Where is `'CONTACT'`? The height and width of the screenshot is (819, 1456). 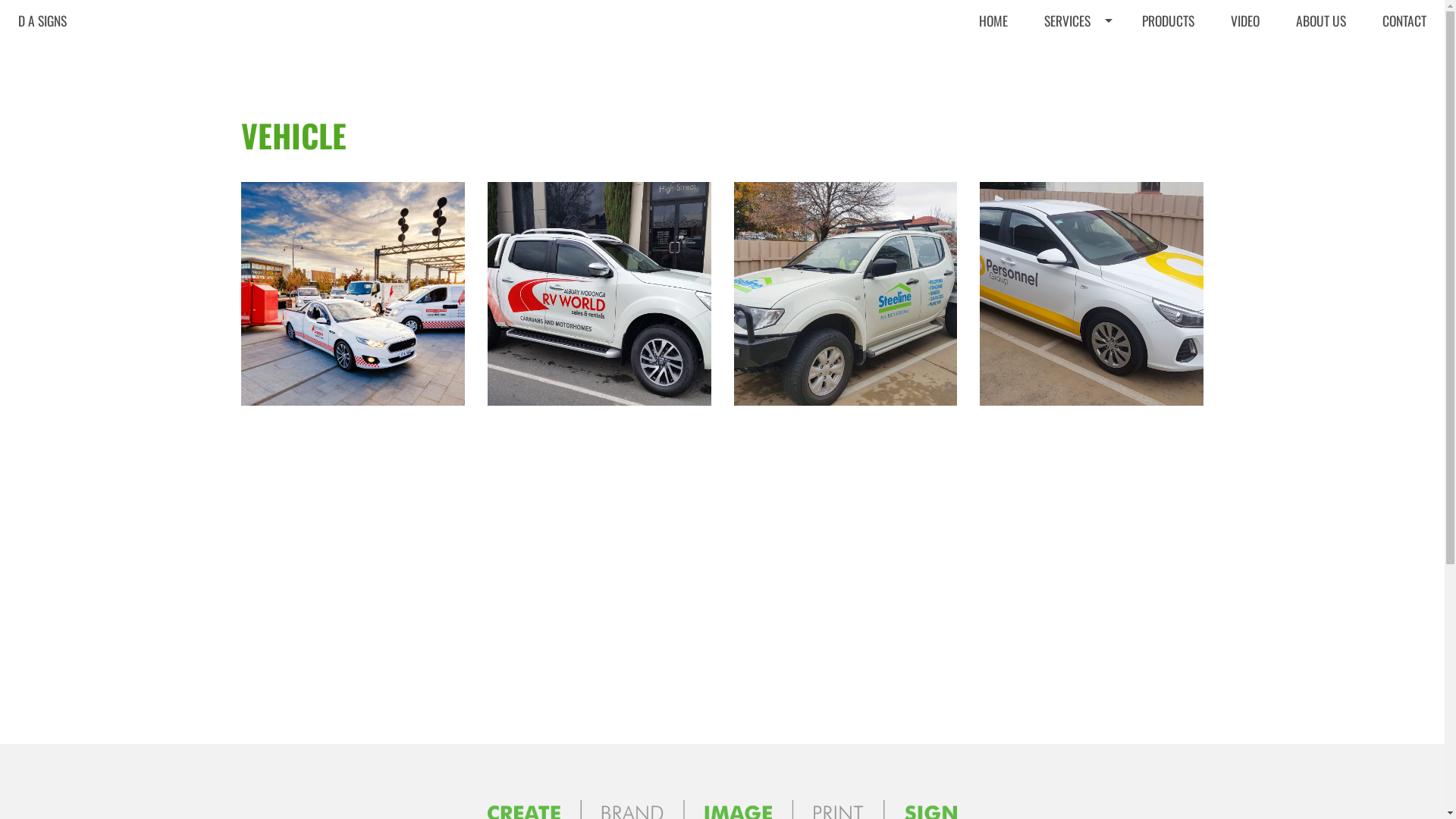
'CONTACT' is located at coordinates (1404, 20).